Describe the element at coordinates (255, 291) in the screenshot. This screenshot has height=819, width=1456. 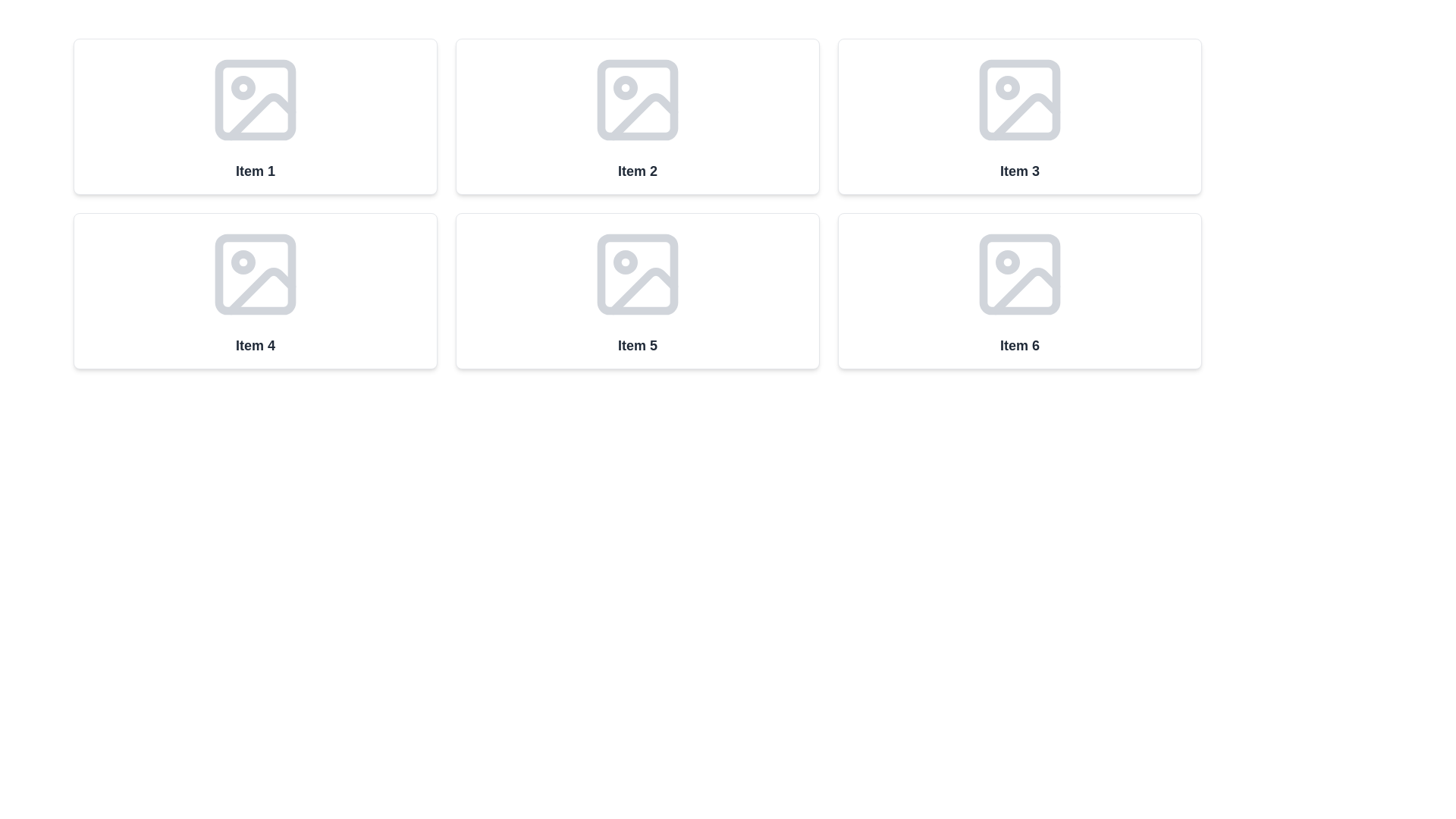
I see `the Item card representing 'Item 4', located in the bottom-left corner of the grid layout` at that location.